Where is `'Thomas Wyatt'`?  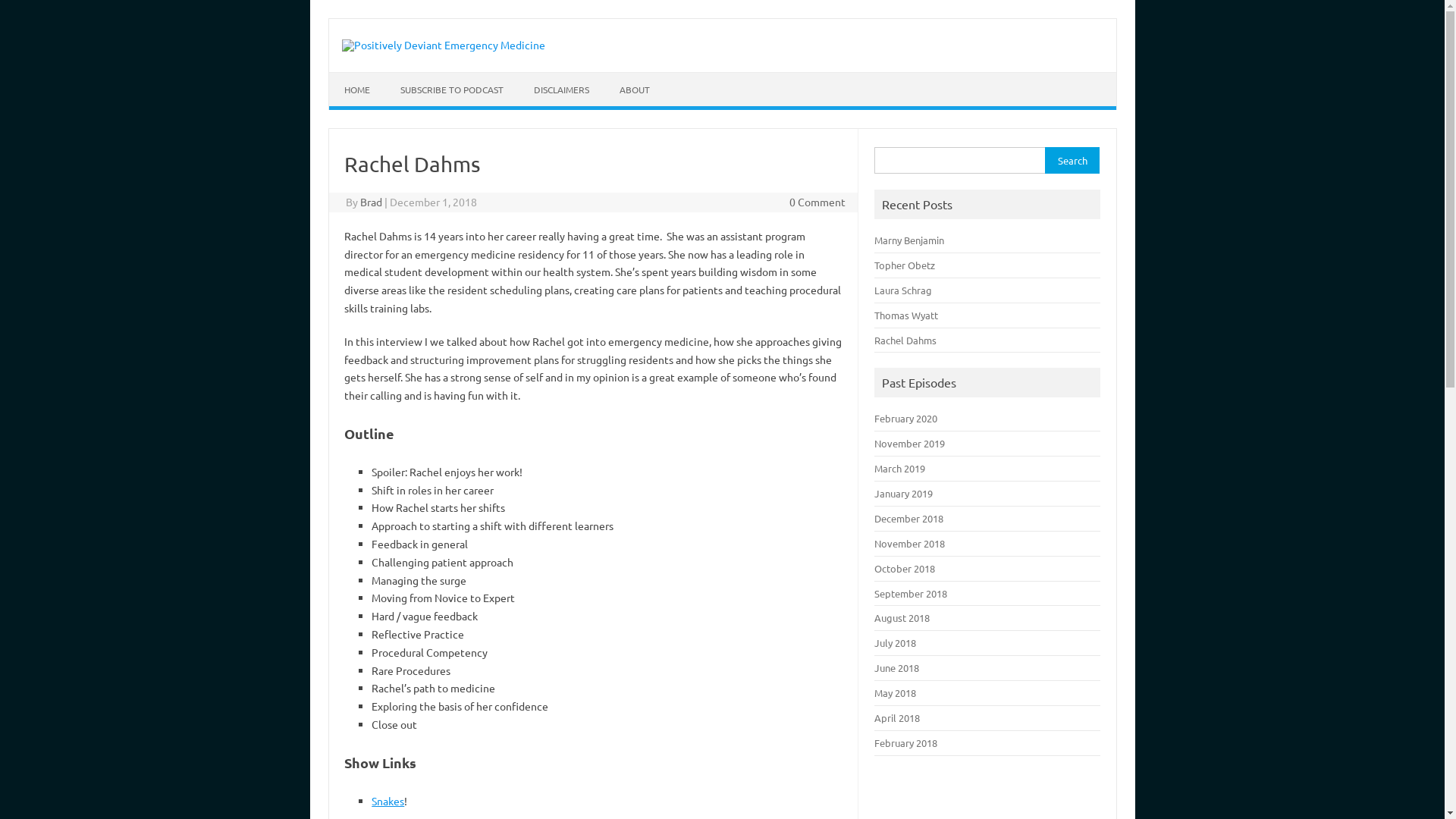
'Thomas Wyatt' is located at coordinates (874, 314).